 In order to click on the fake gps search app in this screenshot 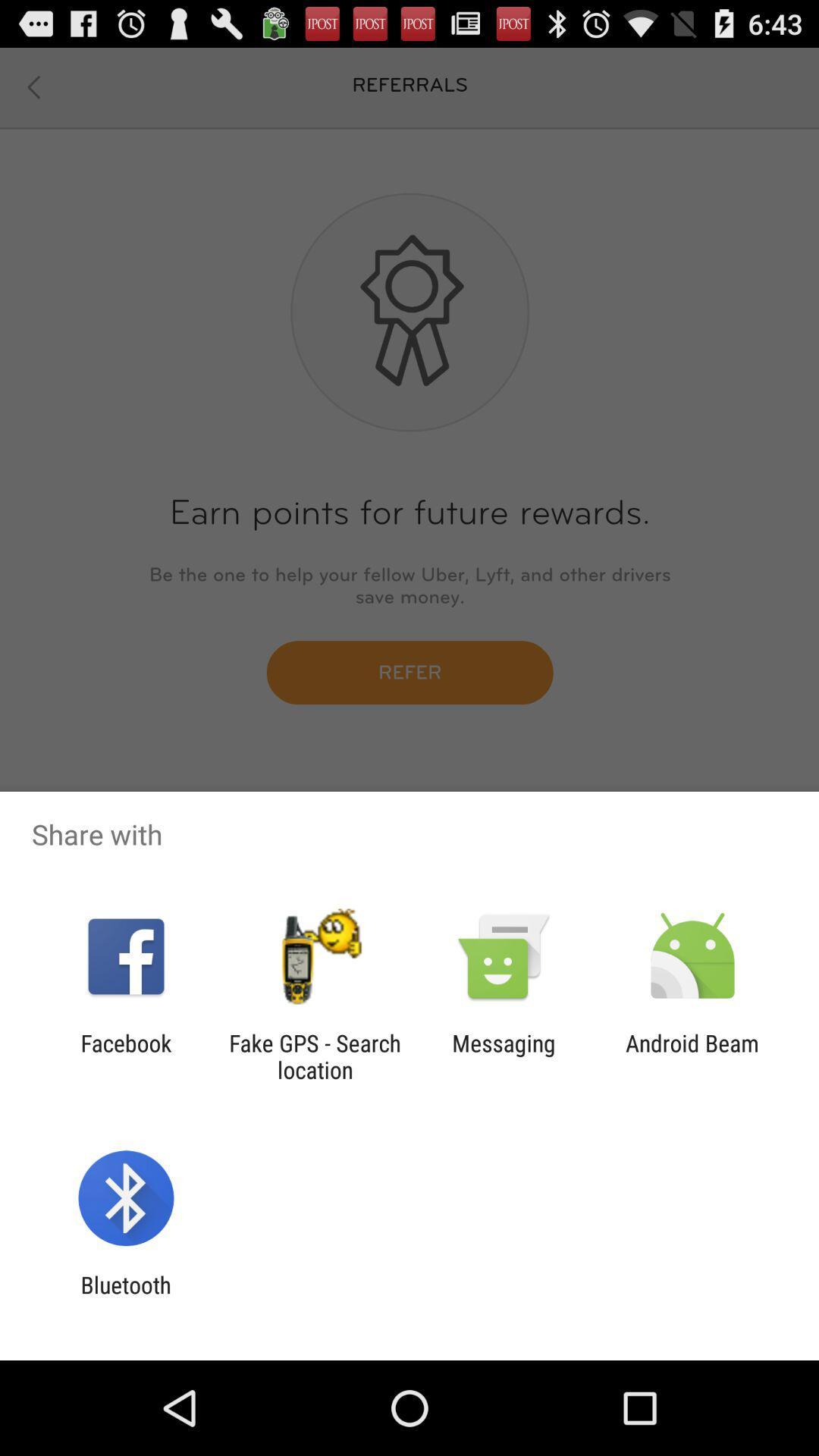, I will do `click(314, 1056)`.